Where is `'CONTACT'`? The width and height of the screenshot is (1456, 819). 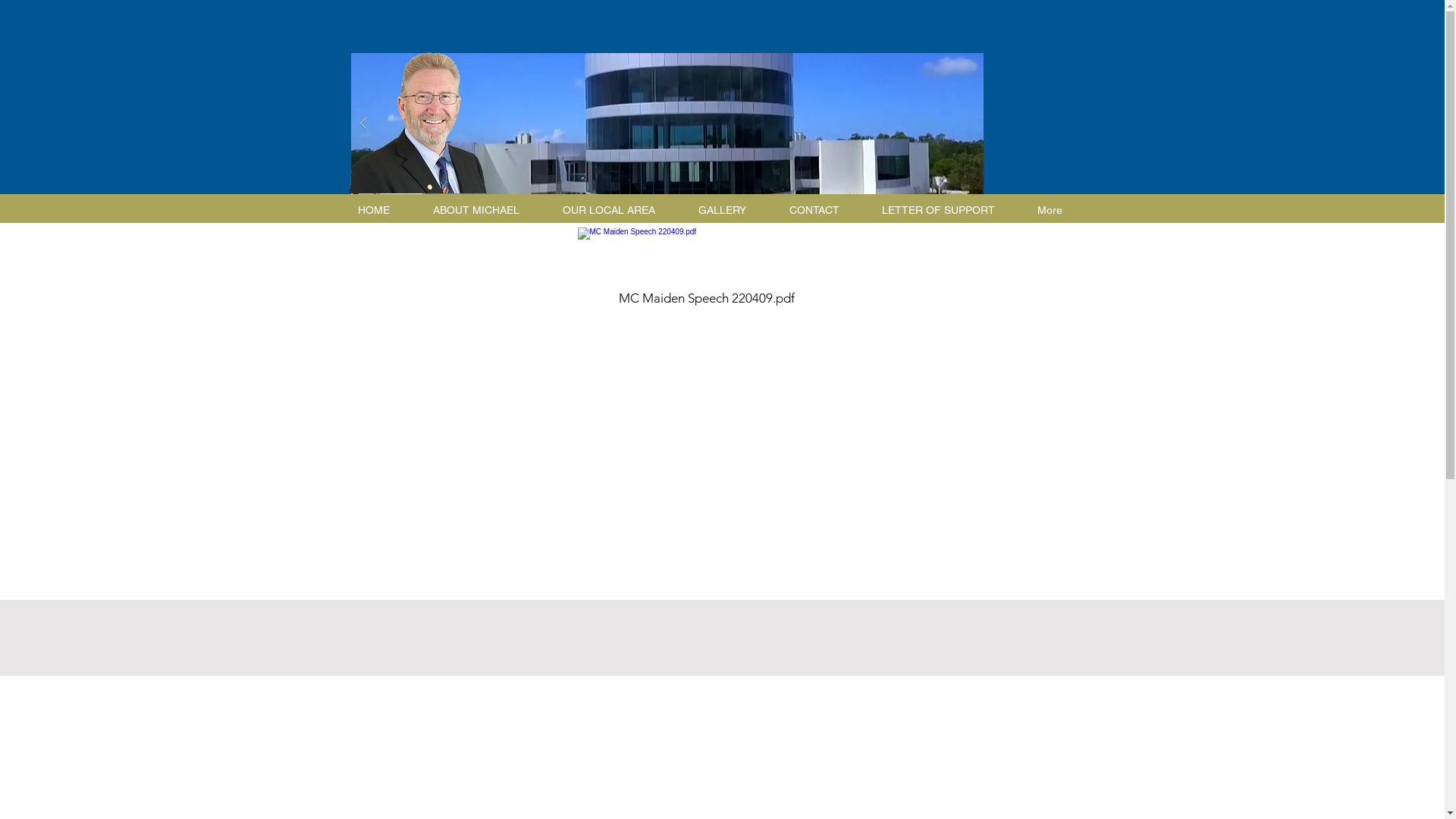 'CONTACT' is located at coordinates (821, 210).